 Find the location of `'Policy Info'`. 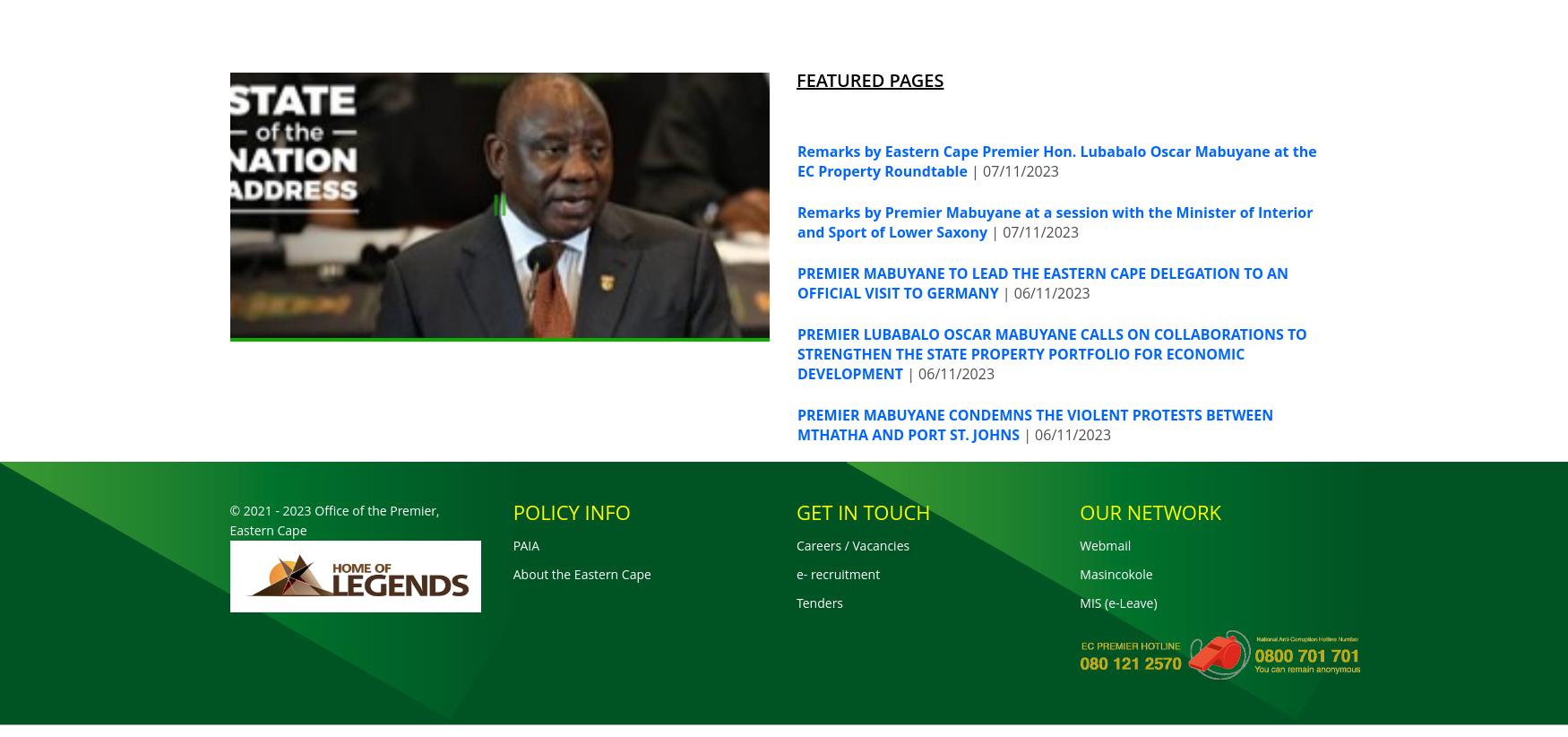

'Policy Info' is located at coordinates (570, 510).